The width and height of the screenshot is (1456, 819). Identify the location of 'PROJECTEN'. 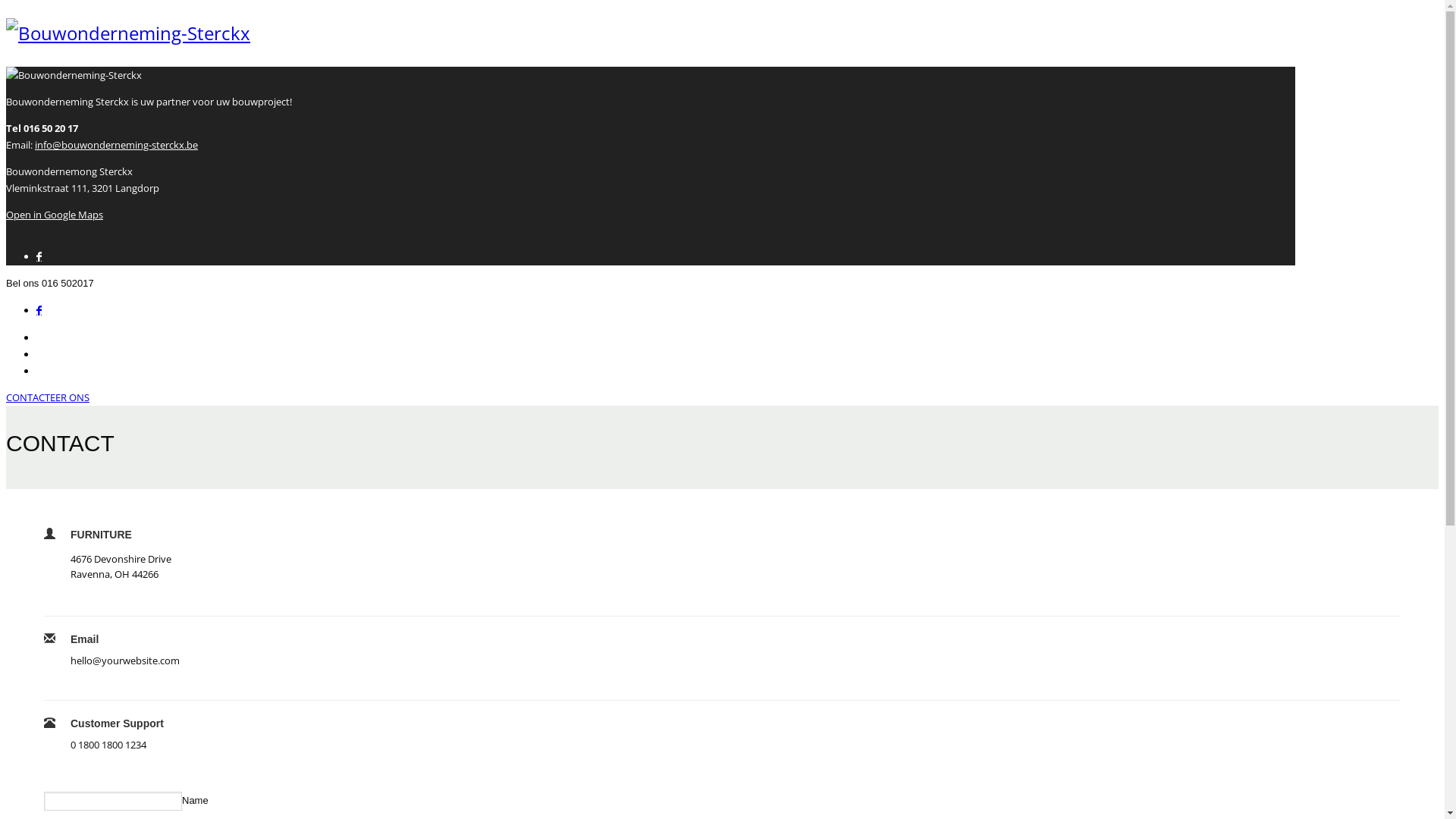
(64, 371).